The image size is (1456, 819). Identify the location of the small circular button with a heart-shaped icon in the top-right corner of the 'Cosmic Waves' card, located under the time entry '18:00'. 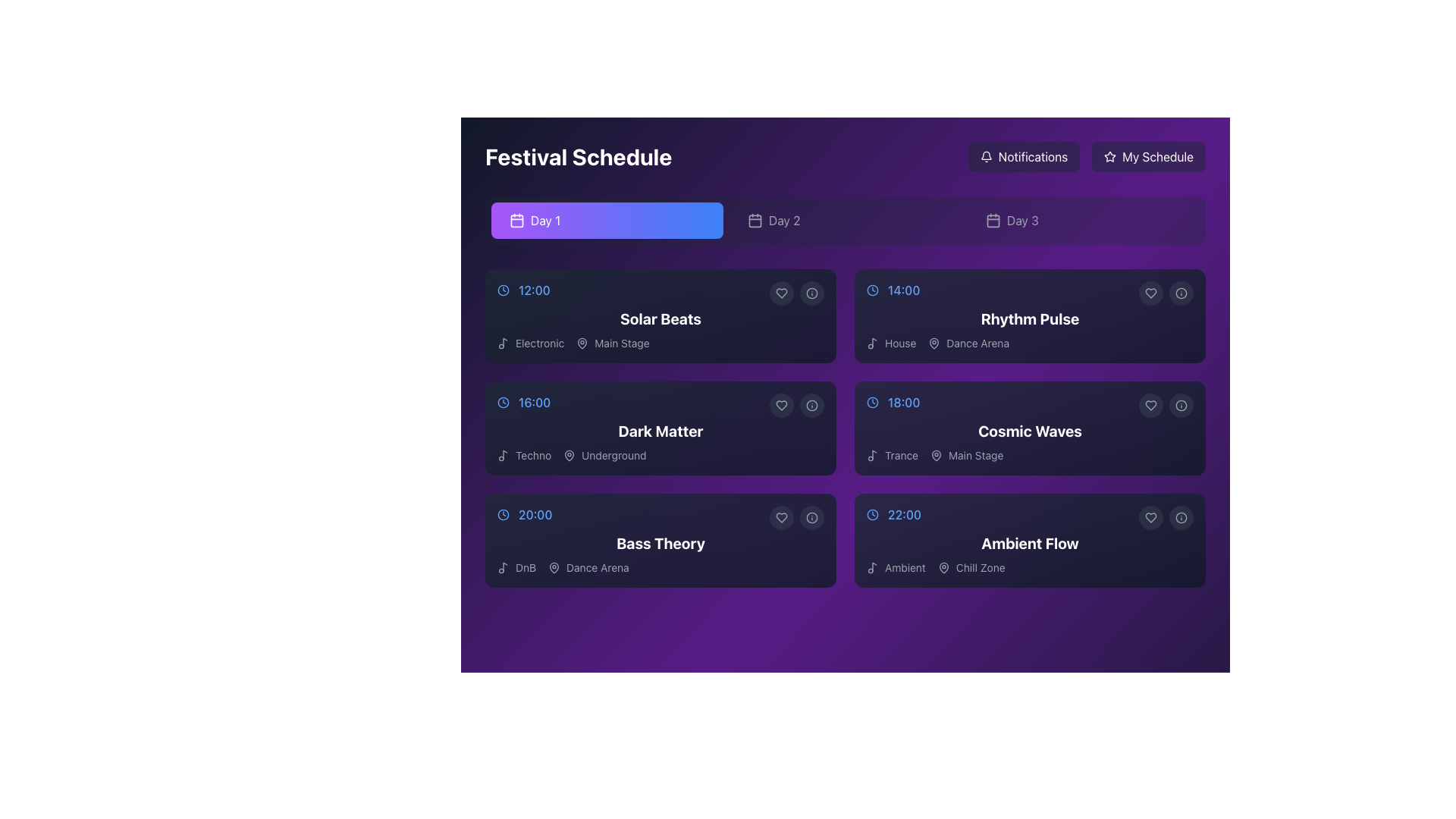
(1150, 405).